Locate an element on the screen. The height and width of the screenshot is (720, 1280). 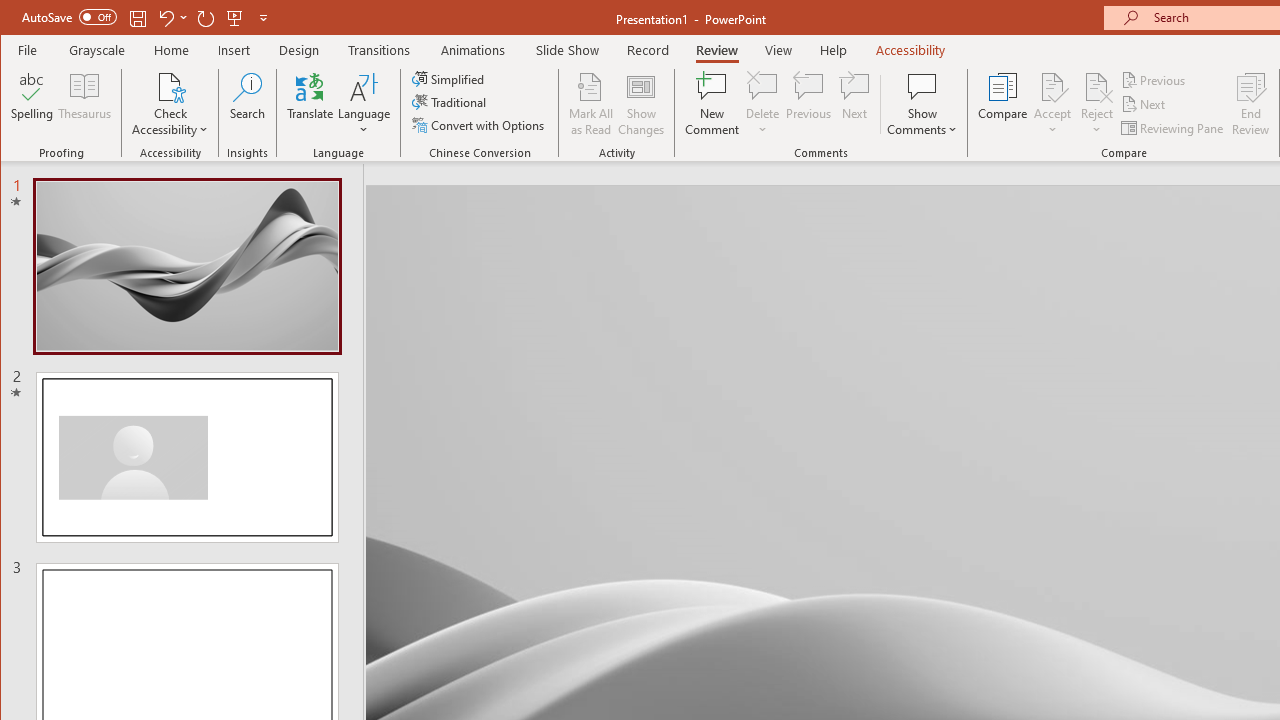
'Previous' is located at coordinates (1154, 79).